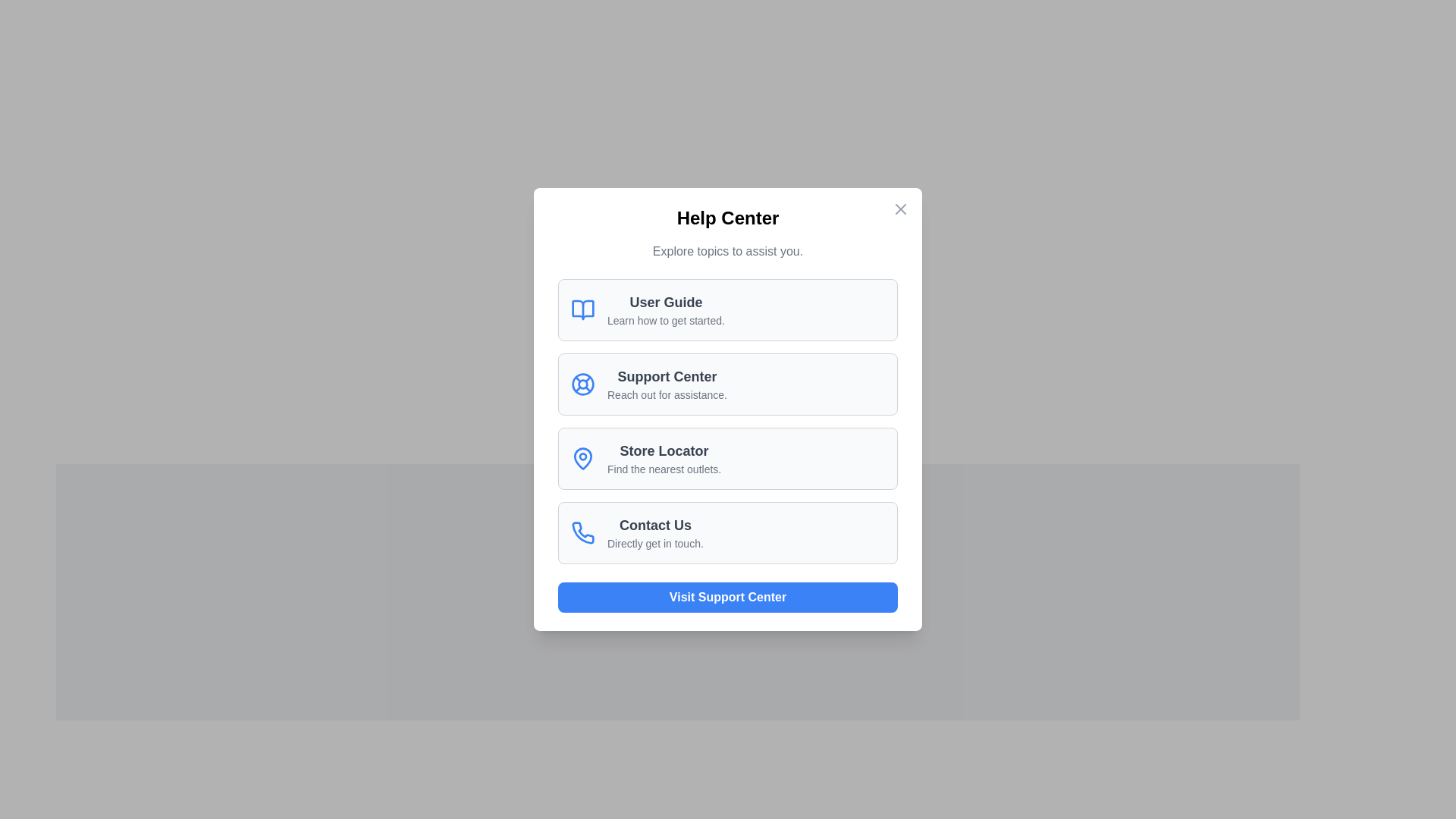 The image size is (1456, 819). What do you see at coordinates (901, 209) in the screenshot?
I see `the close icon button located in the top-right corner of the 'Help Center' dialog box` at bounding box center [901, 209].